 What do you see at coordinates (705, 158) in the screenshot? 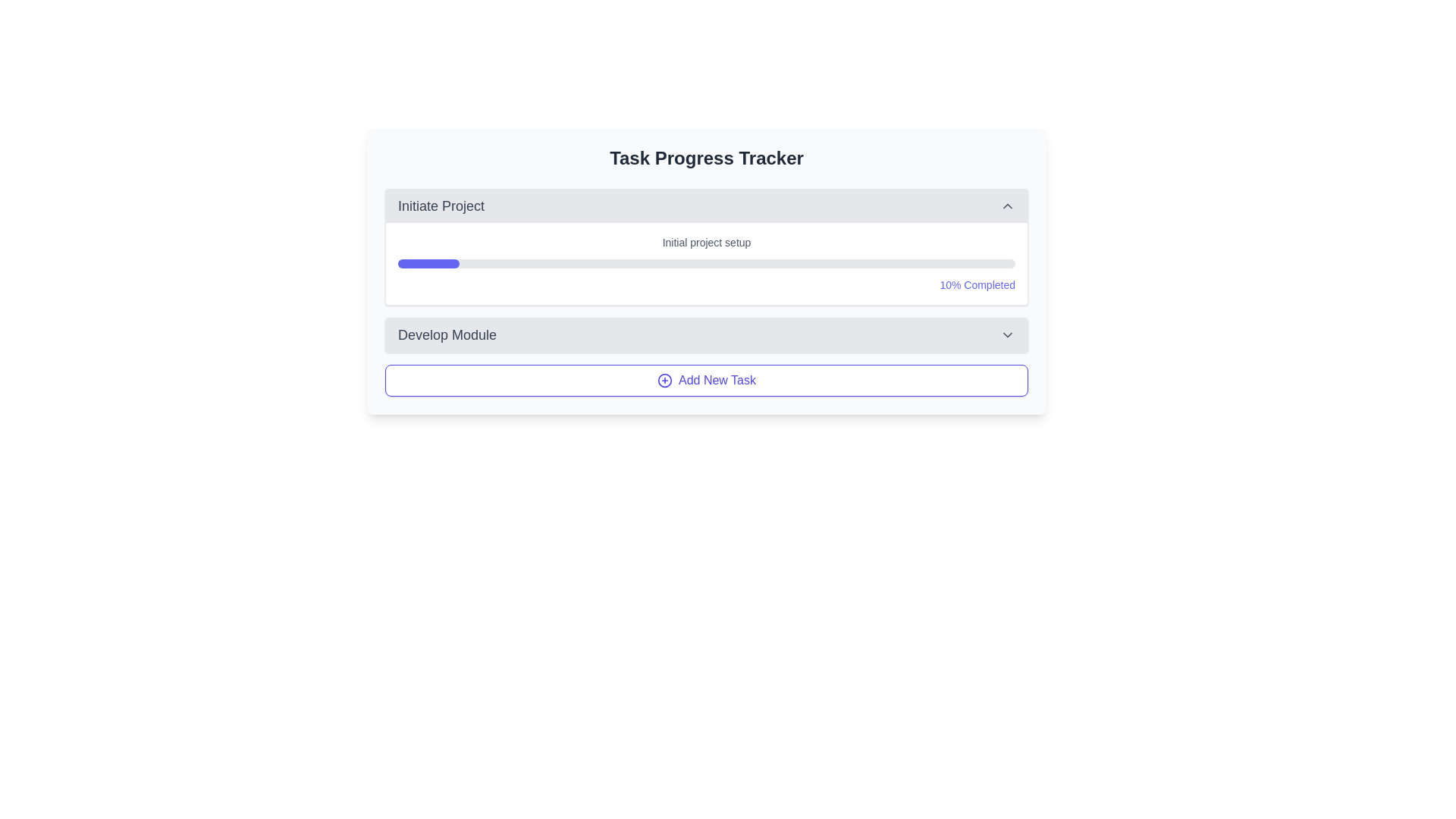
I see `the Header Text element that reads 'Task Progress Tracker', which is a large, bold text centered within a light gray rectangular background` at bounding box center [705, 158].